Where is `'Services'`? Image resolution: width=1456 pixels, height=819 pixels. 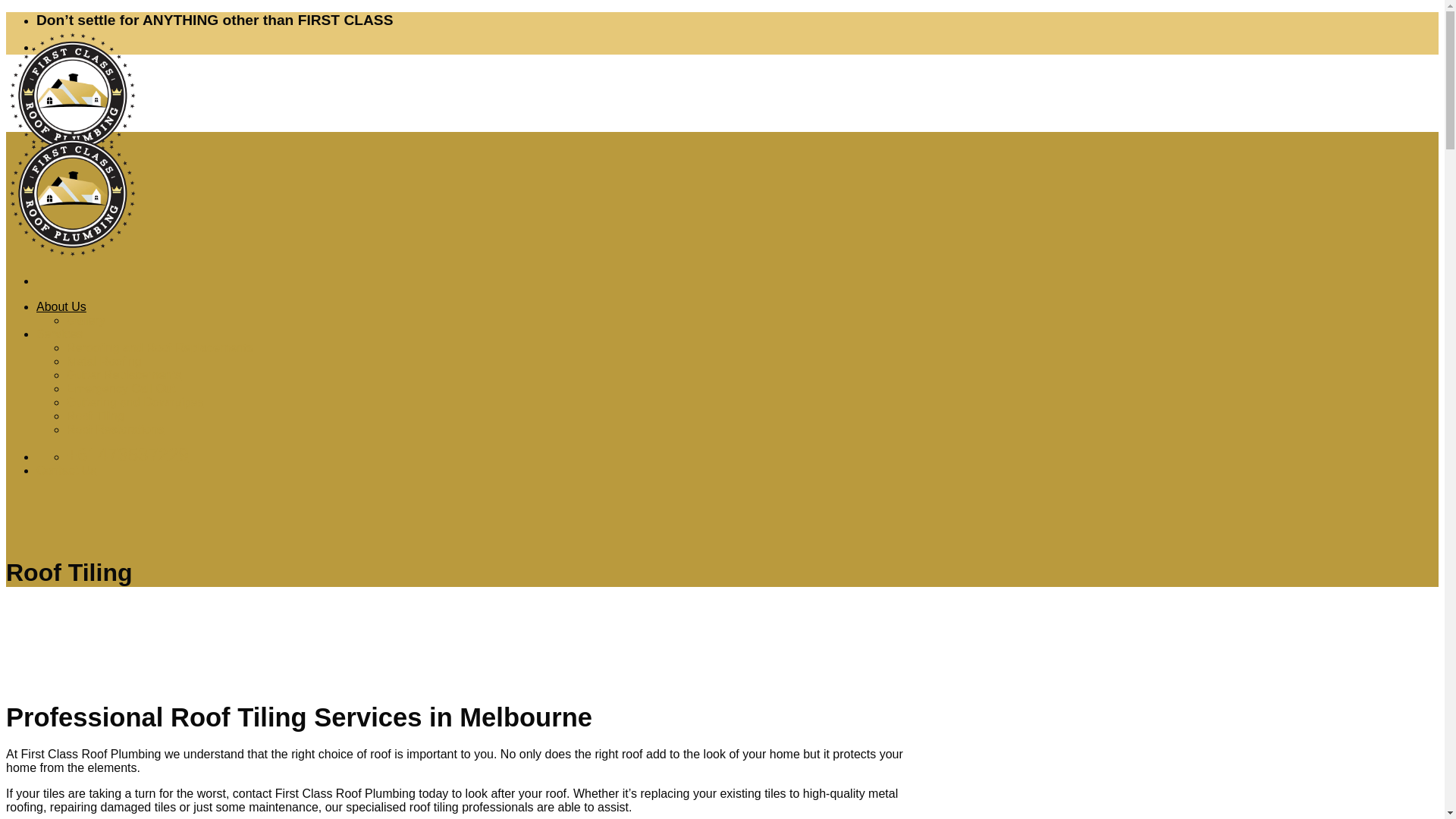 'Services' is located at coordinates (59, 333).